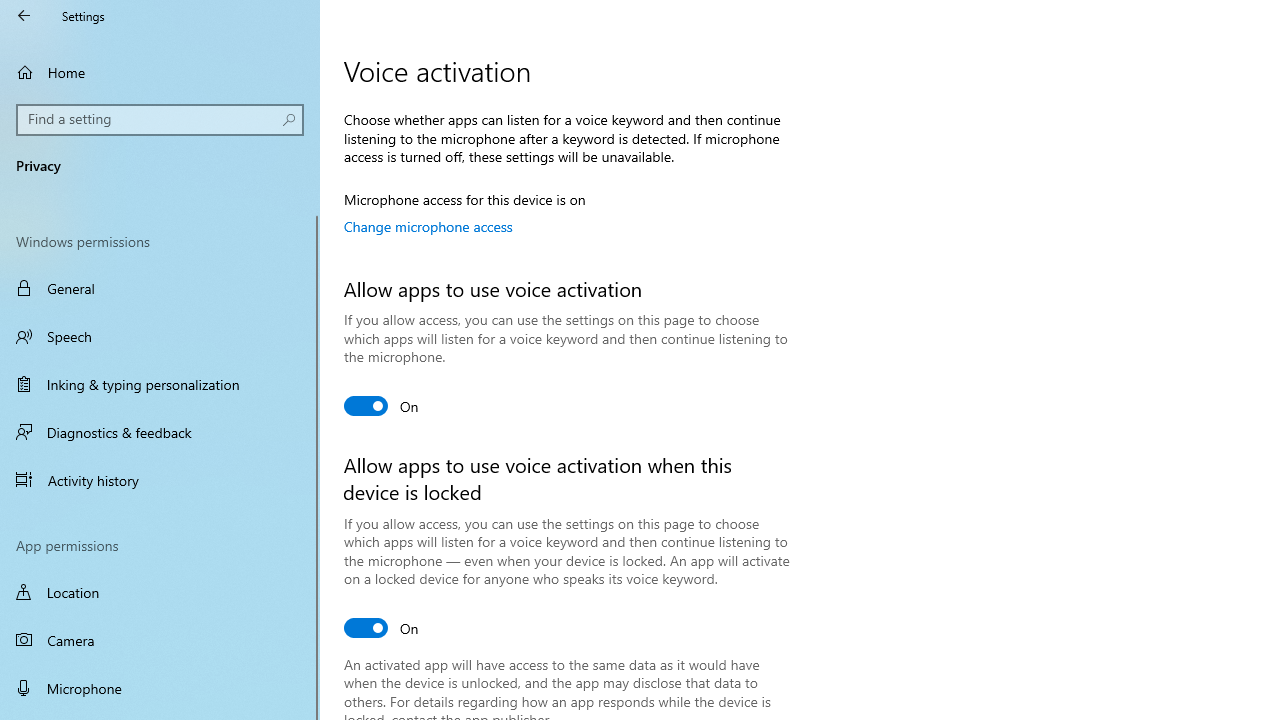 Image resolution: width=1280 pixels, height=720 pixels. What do you see at coordinates (160, 431) in the screenshot?
I see `'Diagnostics & feedback'` at bounding box center [160, 431].